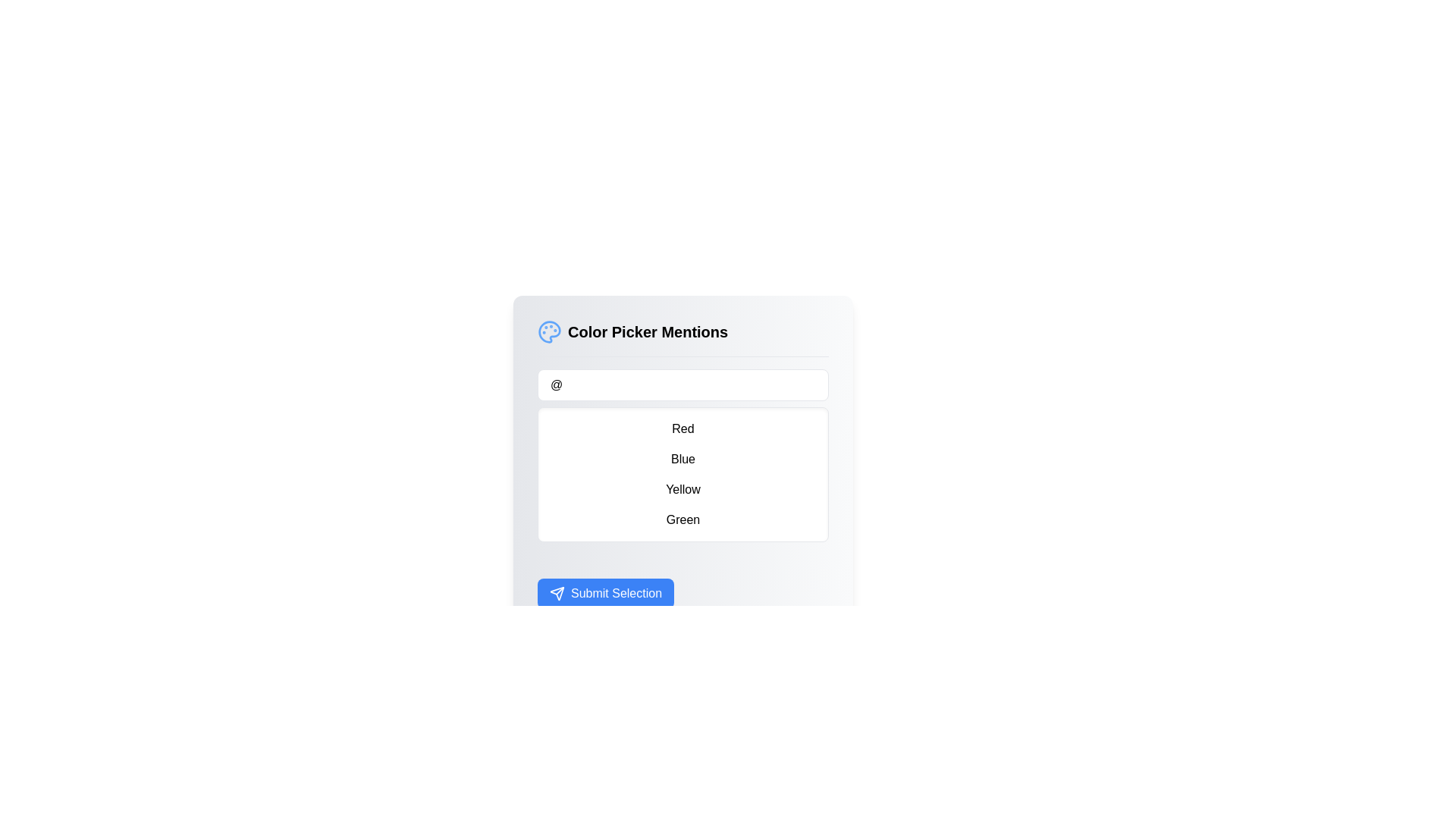 The width and height of the screenshot is (1456, 819). What do you see at coordinates (682, 519) in the screenshot?
I see `the fourth item in the vertical list, which is positioned inside a bordered box` at bounding box center [682, 519].